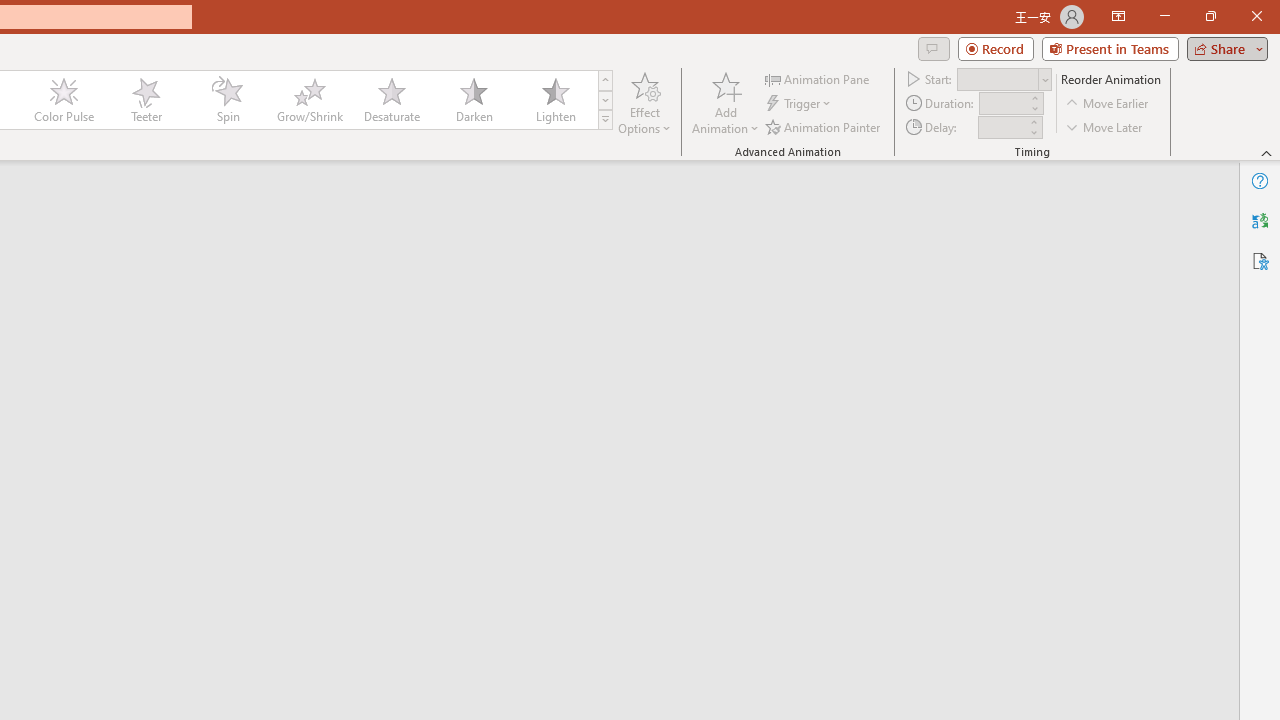 Image resolution: width=1280 pixels, height=720 pixels. Describe the element at coordinates (1104, 127) in the screenshot. I see `'Move Later'` at that location.